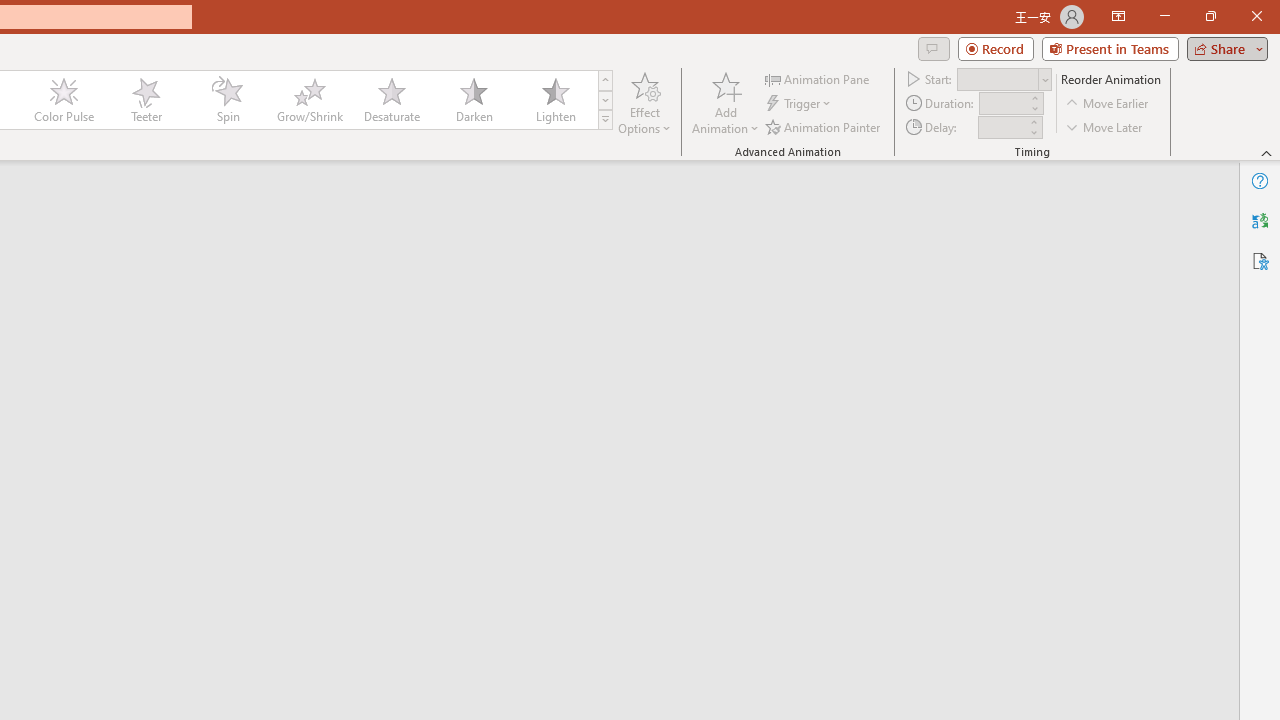 Image resolution: width=1280 pixels, height=720 pixels. Describe the element at coordinates (1104, 127) in the screenshot. I see `'Move Later'` at that location.